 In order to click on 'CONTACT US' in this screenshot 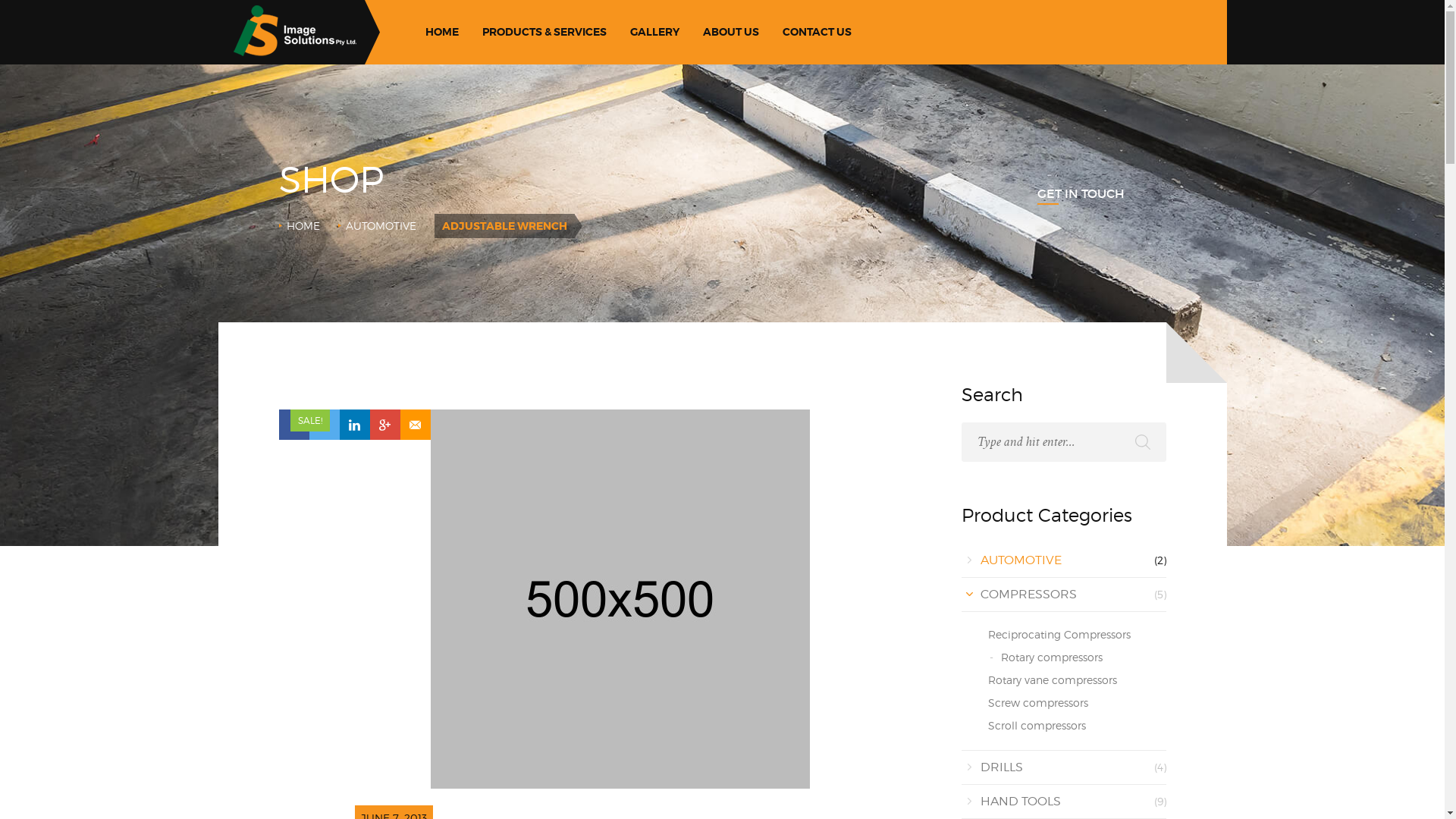, I will do `click(775, 32)`.